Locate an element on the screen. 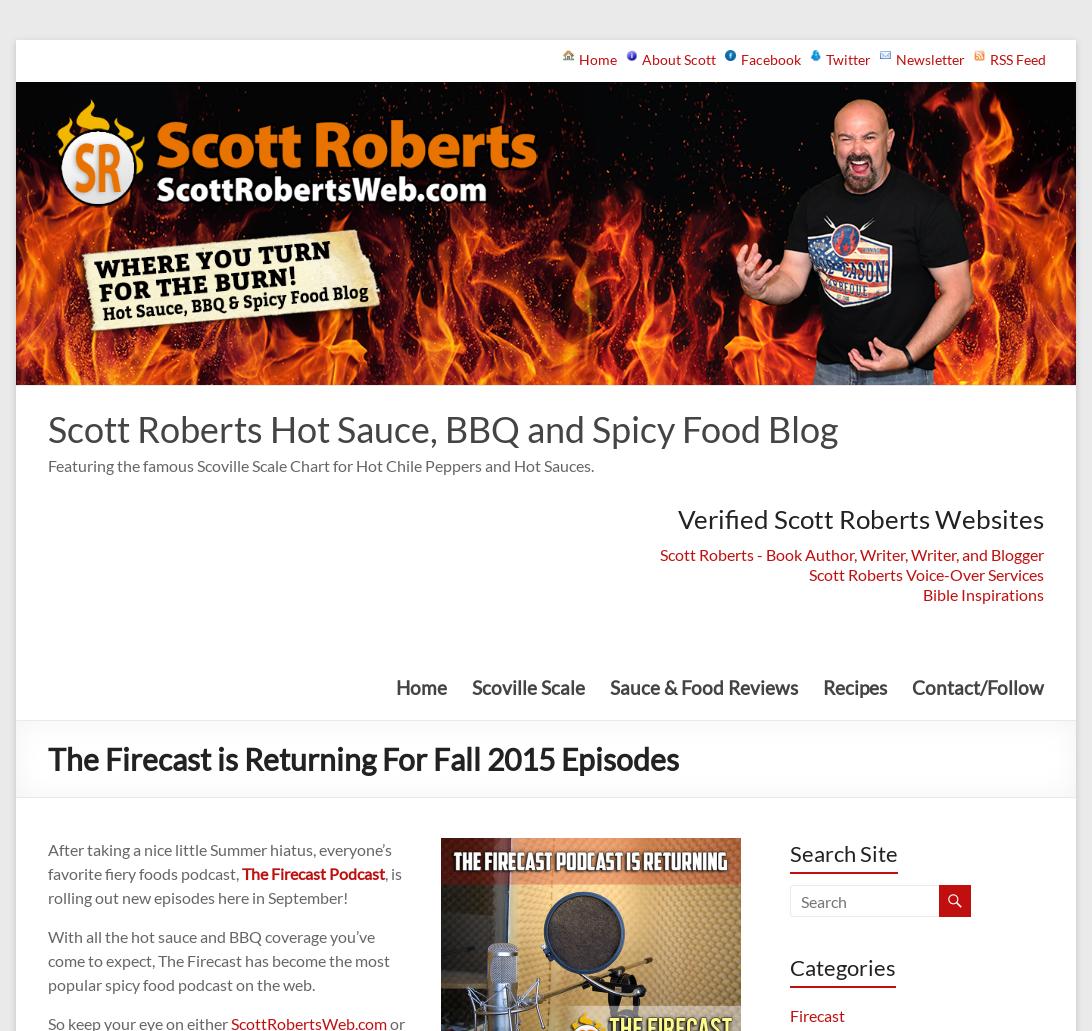 The height and width of the screenshot is (1031, 1092). 'Scott Roberts - Book Author, Writer, Writer, and Blogger' is located at coordinates (850, 552).